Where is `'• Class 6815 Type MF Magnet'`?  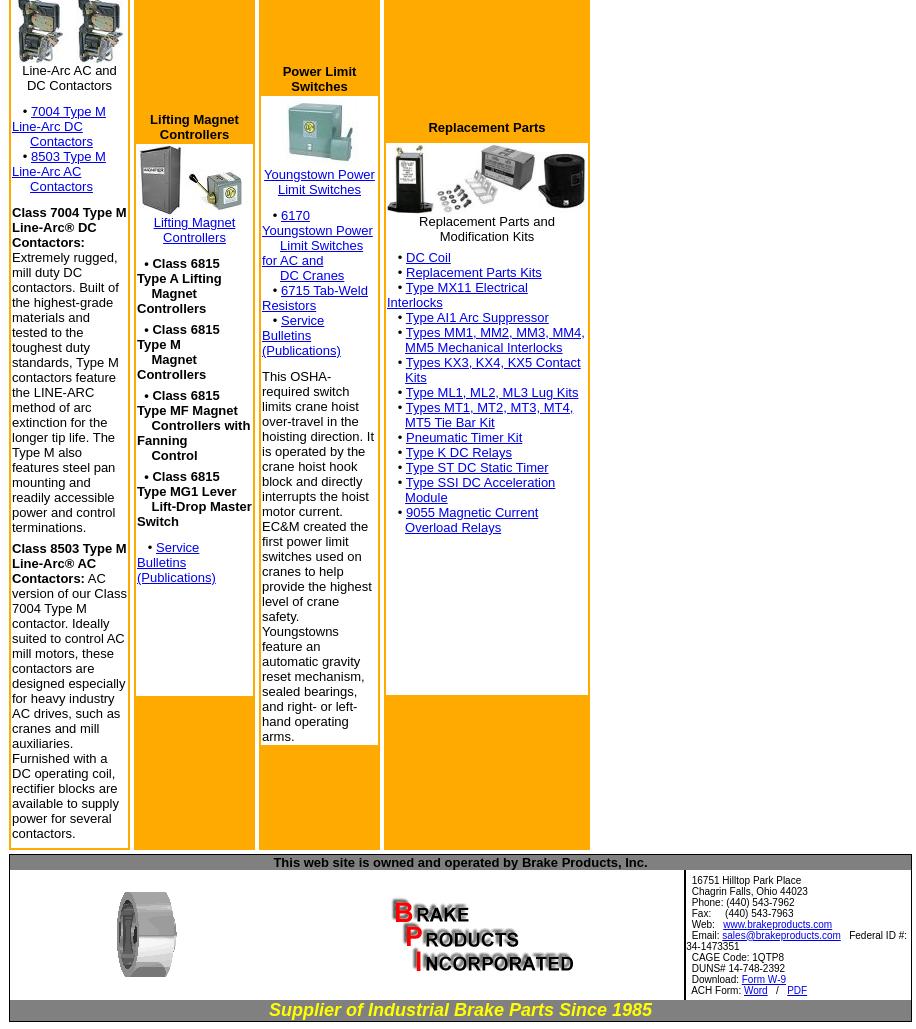 '• Class 6815 Type MF Magnet' is located at coordinates (185, 401).